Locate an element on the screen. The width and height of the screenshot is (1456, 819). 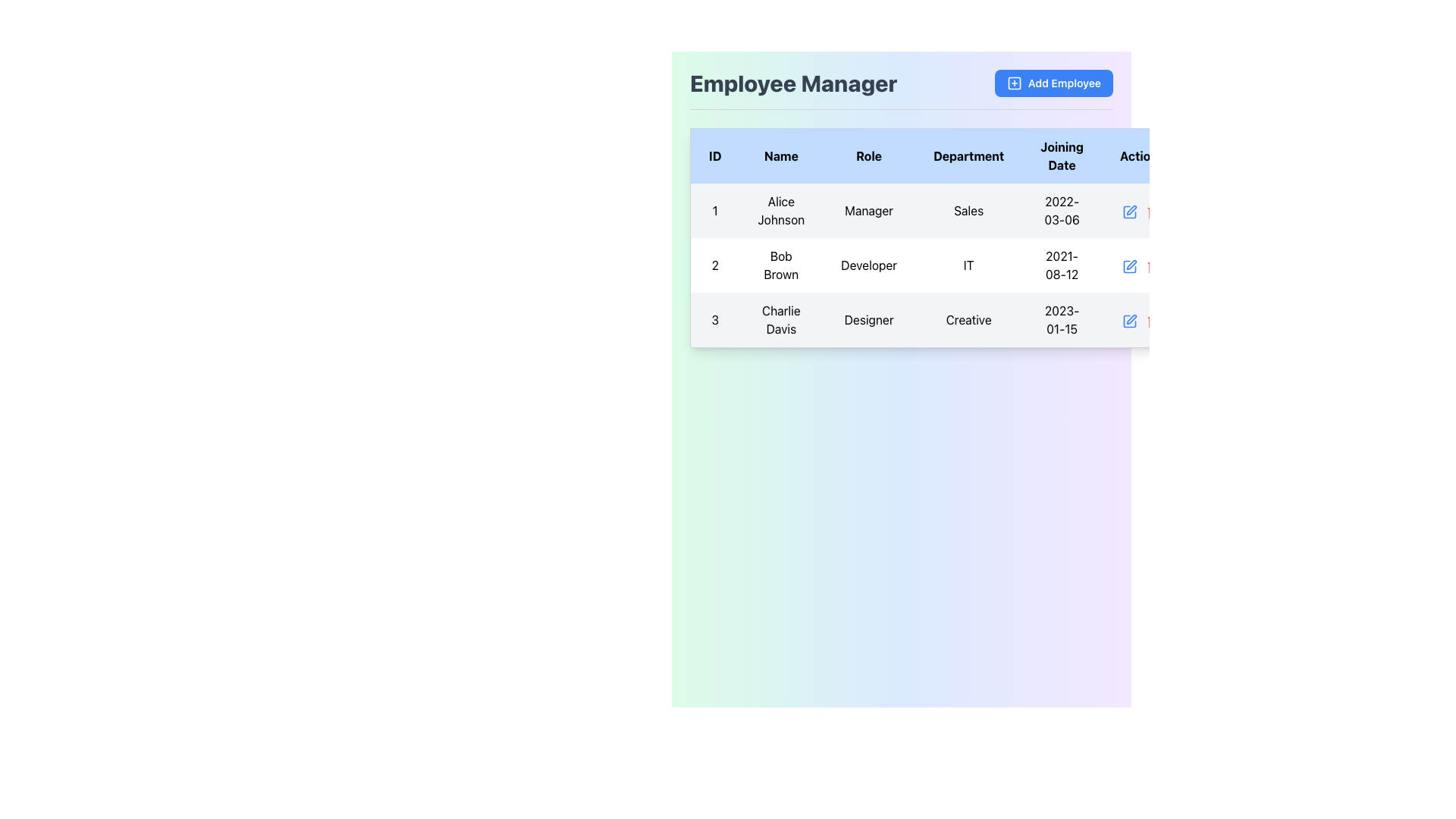
the edit icon button in the 'Actions' column of the first row in the table, which allows modification of the associated data entry for 'Alice Johnson' is located at coordinates (1130, 212).